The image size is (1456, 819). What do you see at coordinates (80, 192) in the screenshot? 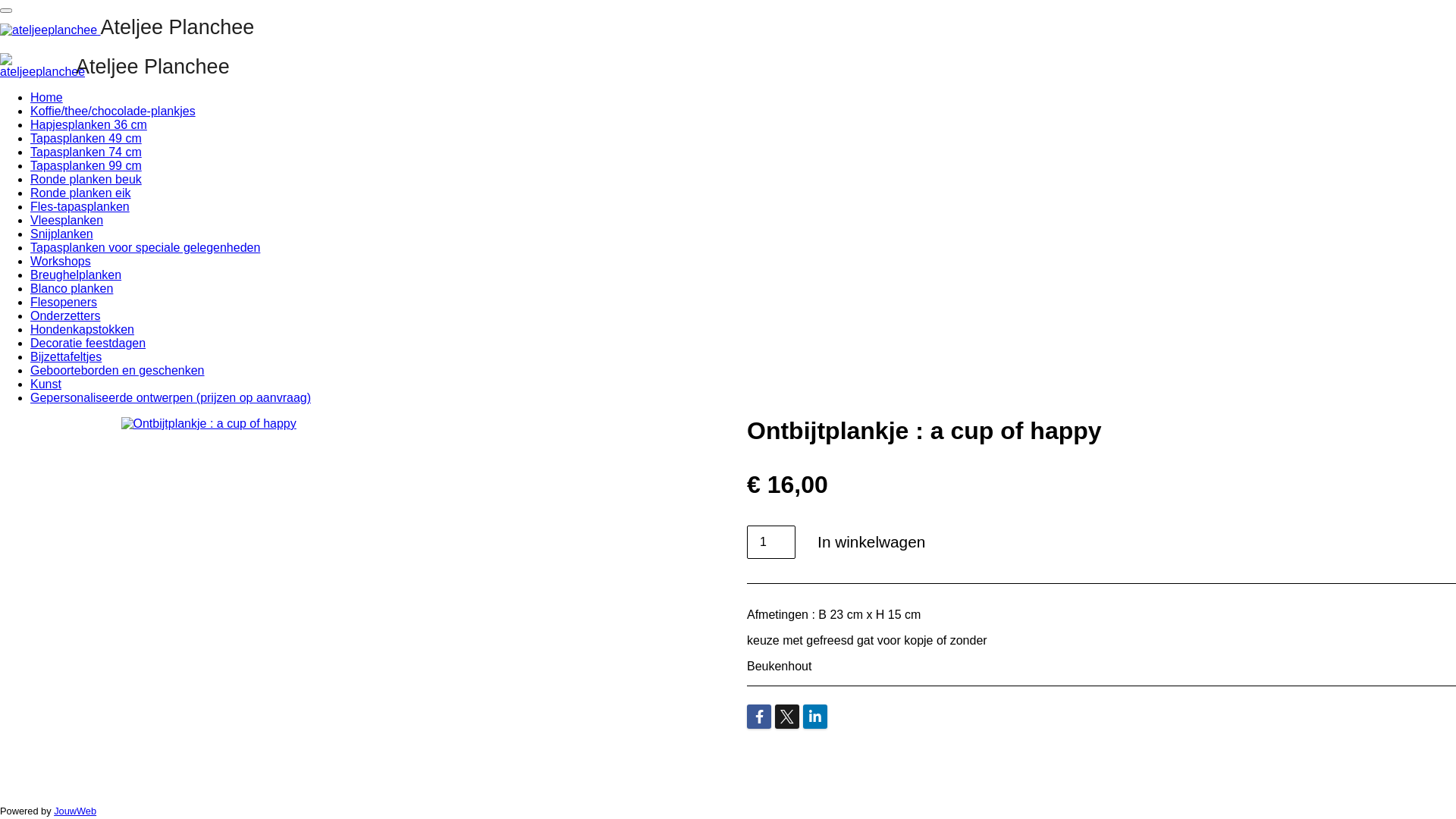
I see `'Ronde planken eik'` at bounding box center [80, 192].